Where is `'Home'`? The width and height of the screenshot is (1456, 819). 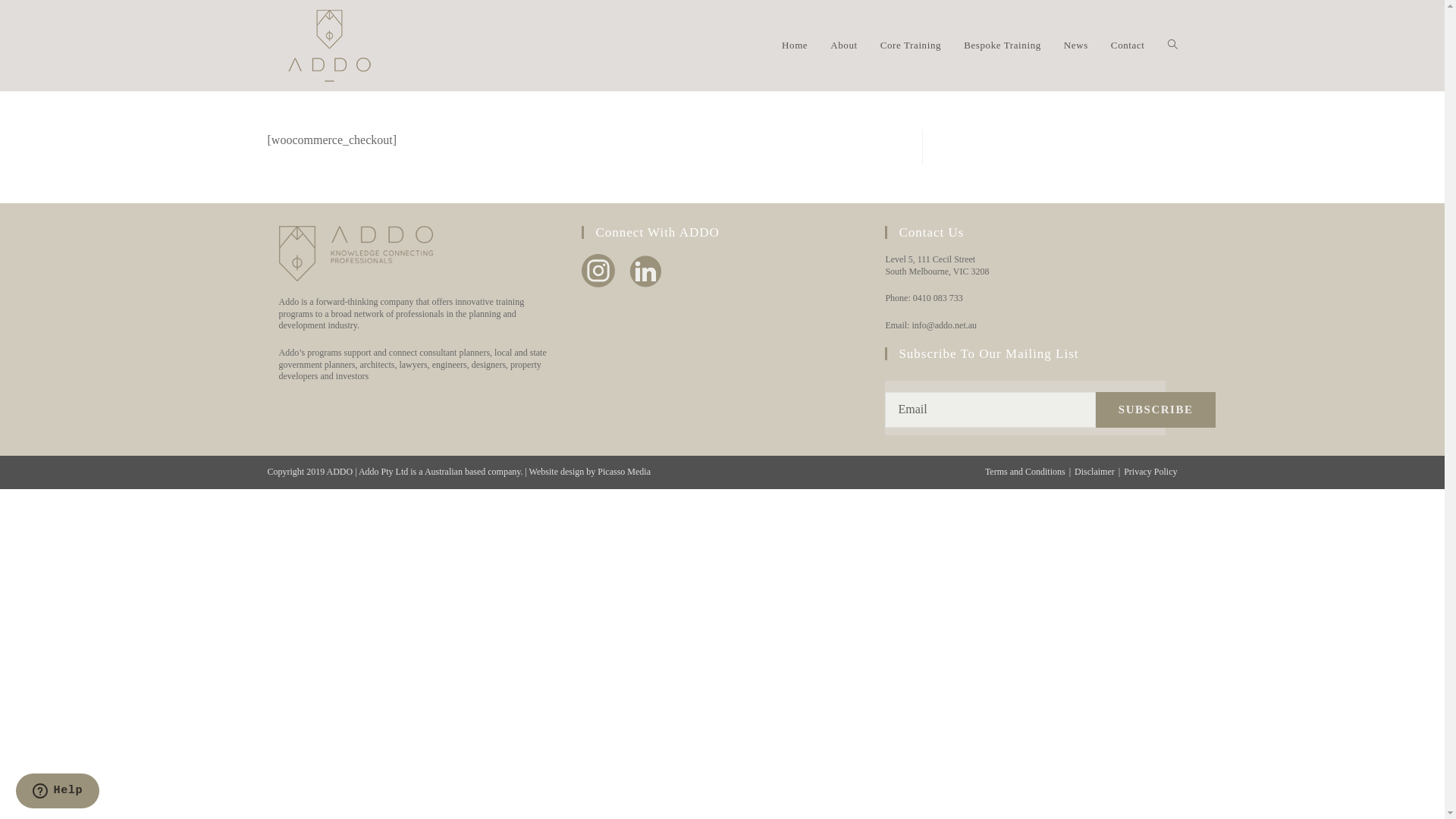
'Home' is located at coordinates (793, 45).